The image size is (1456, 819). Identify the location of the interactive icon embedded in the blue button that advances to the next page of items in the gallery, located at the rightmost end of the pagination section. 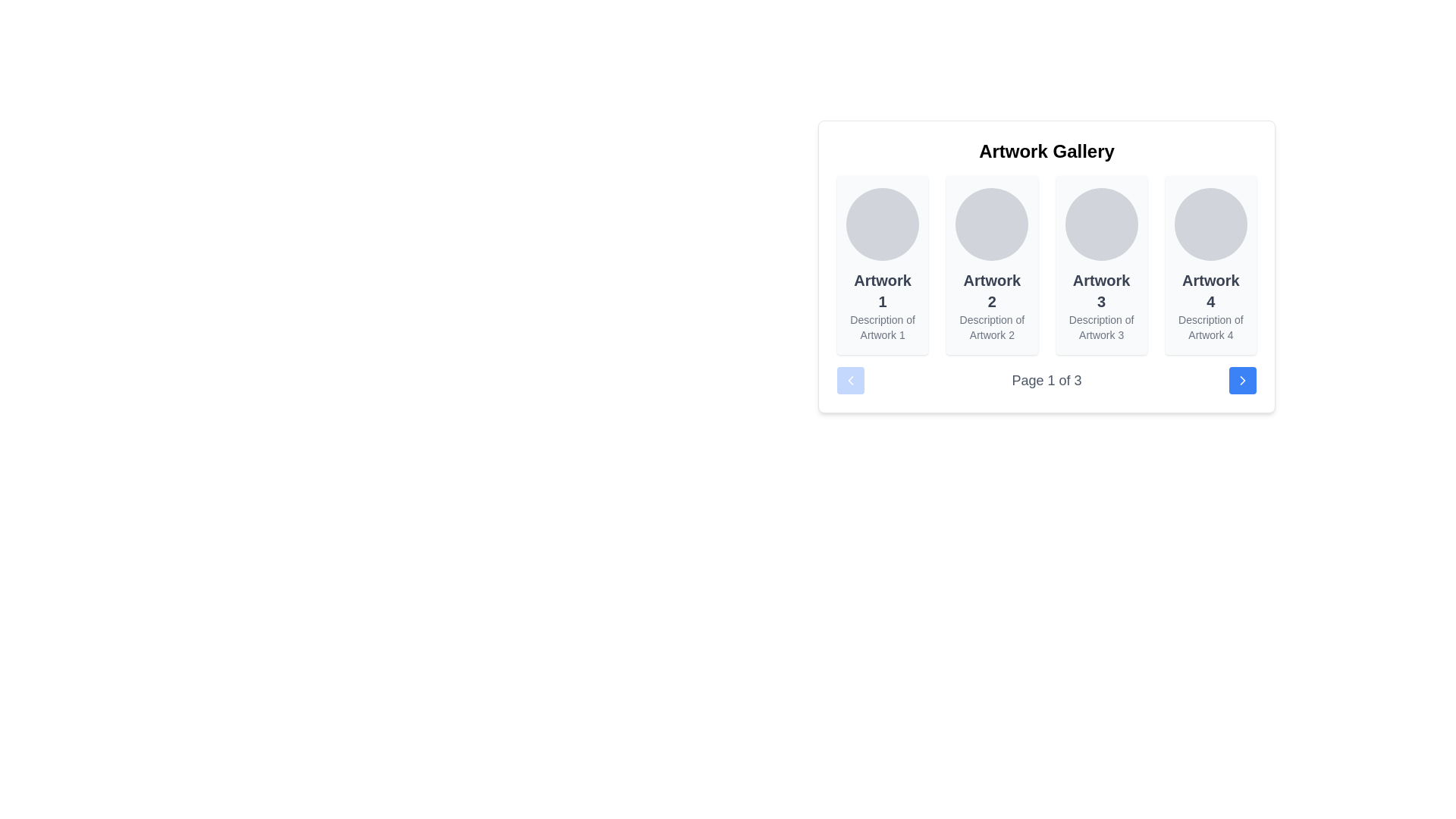
(1242, 379).